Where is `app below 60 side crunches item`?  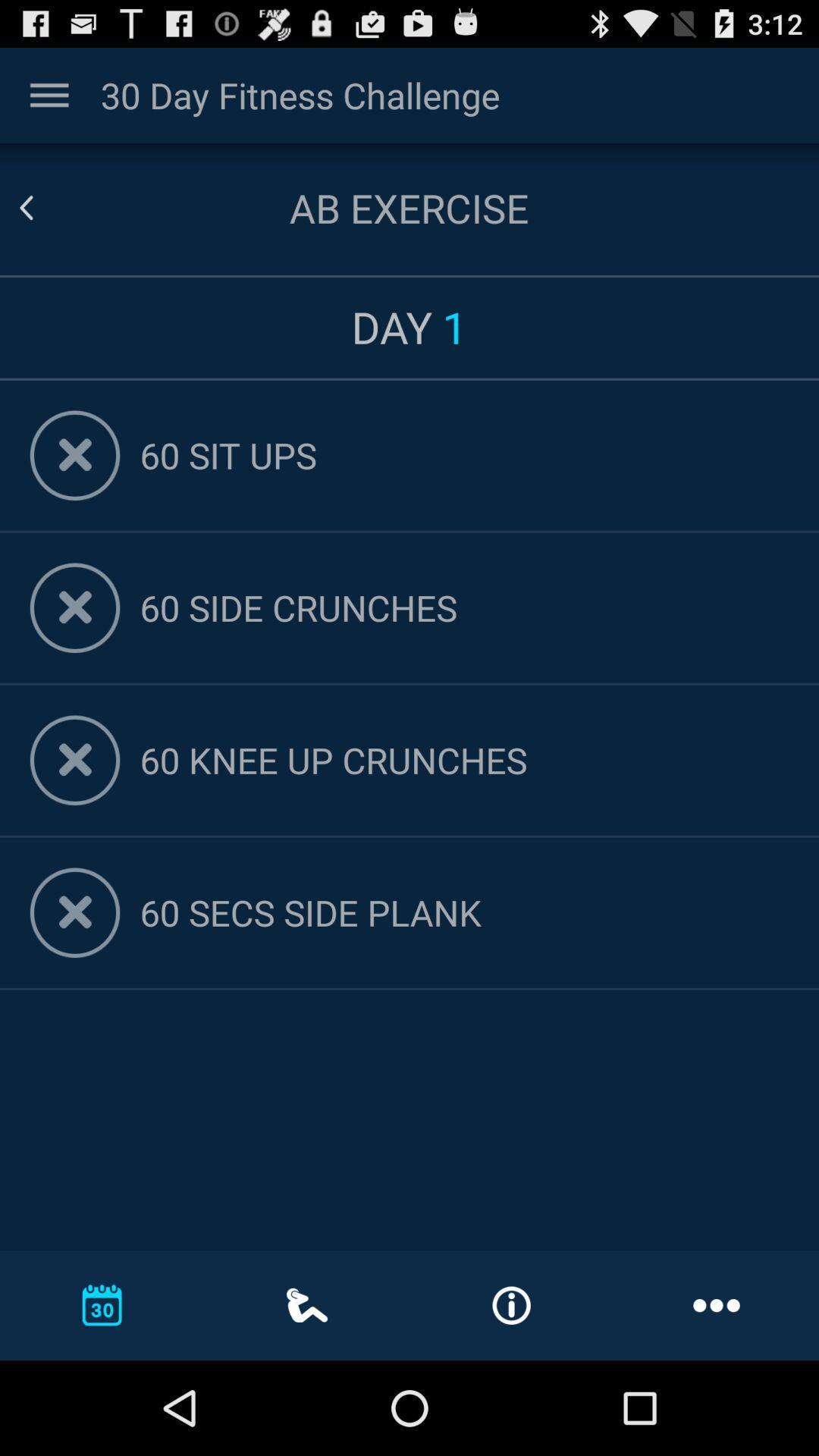
app below 60 side crunches item is located at coordinates (463, 760).